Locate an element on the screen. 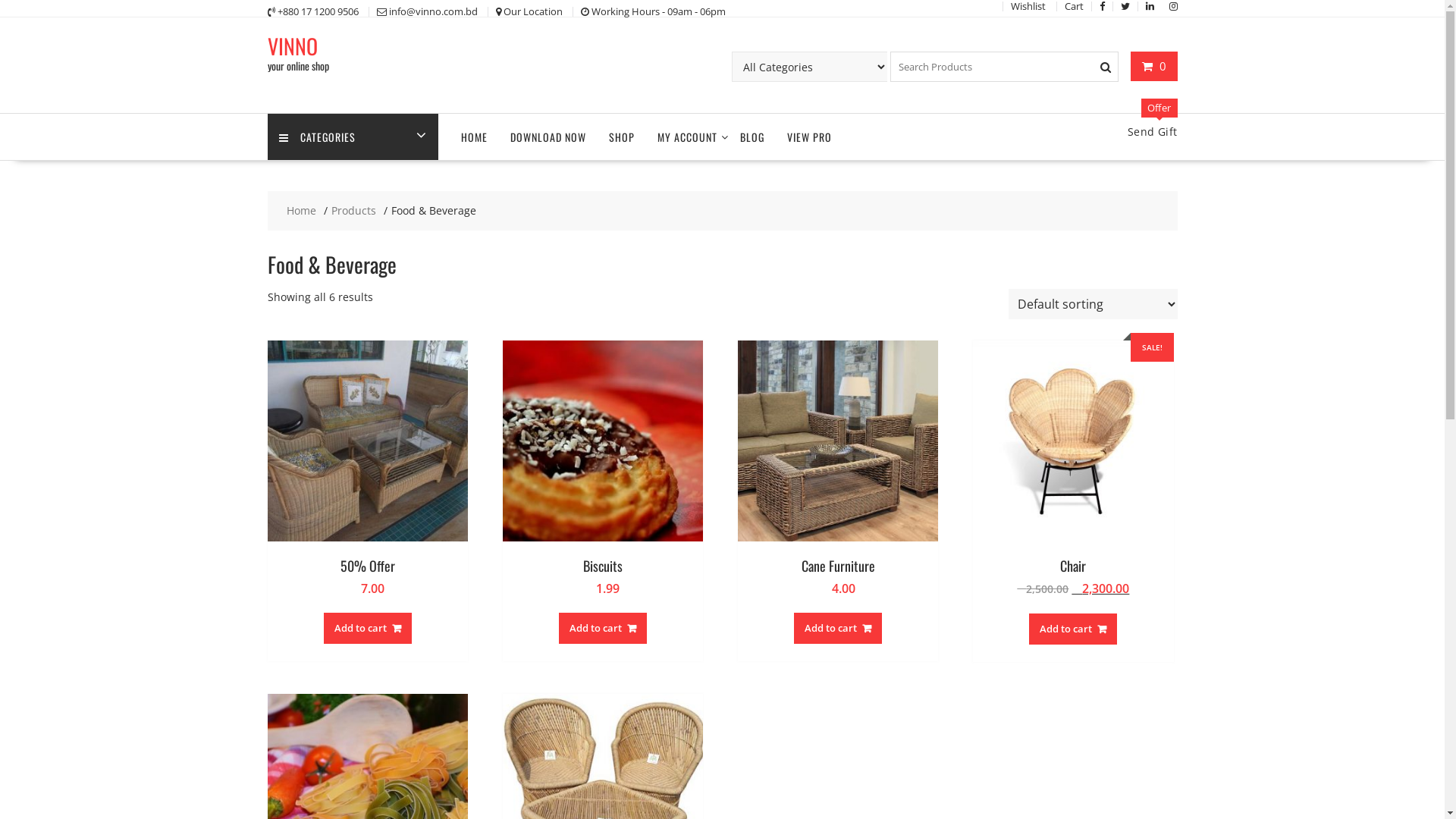 This screenshot has height=819, width=1456. '0' is located at coordinates (1153, 65).